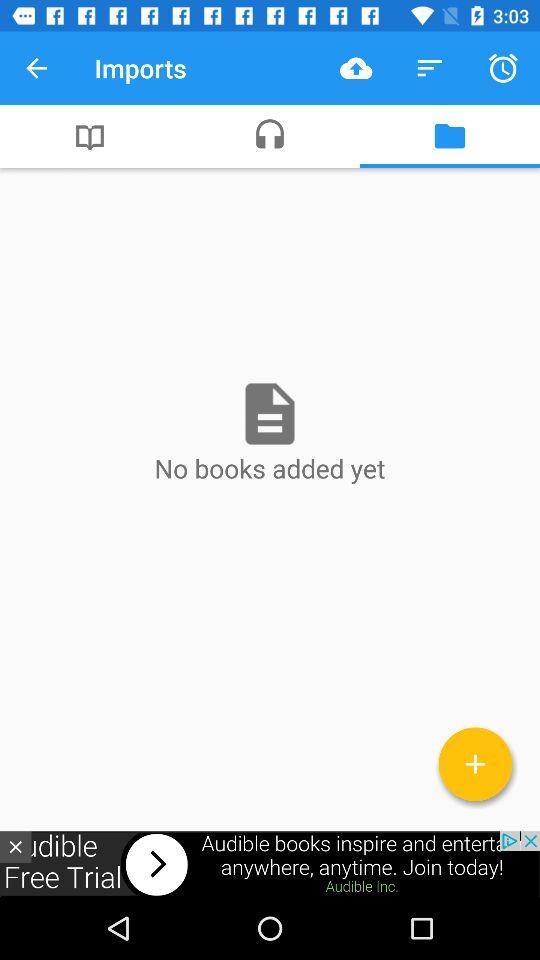 The width and height of the screenshot is (540, 960). What do you see at coordinates (474, 763) in the screenshot?
I see `the add icon` at bounding box center [474, 763].